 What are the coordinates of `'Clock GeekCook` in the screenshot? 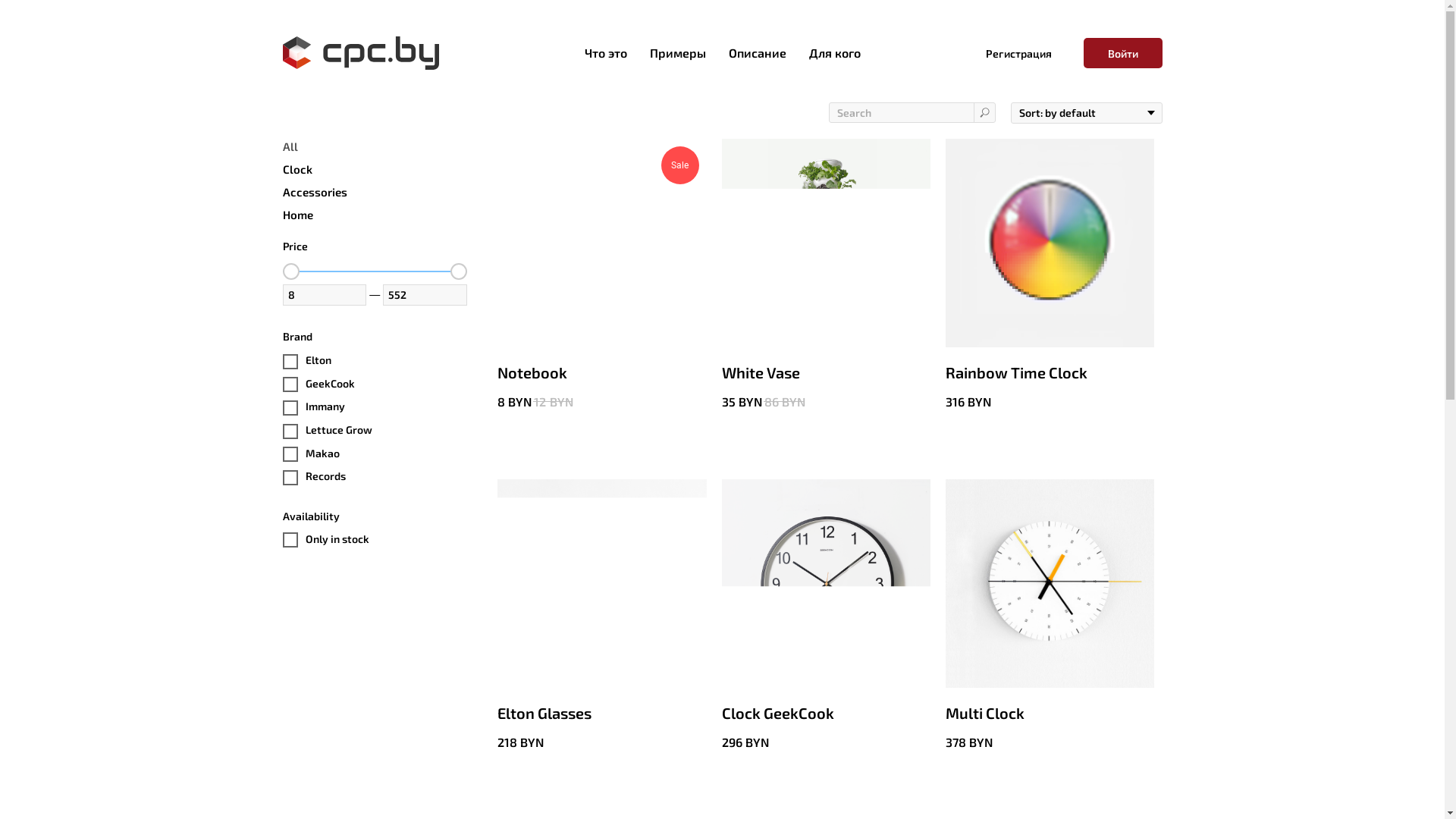 It's located at (825, 615).